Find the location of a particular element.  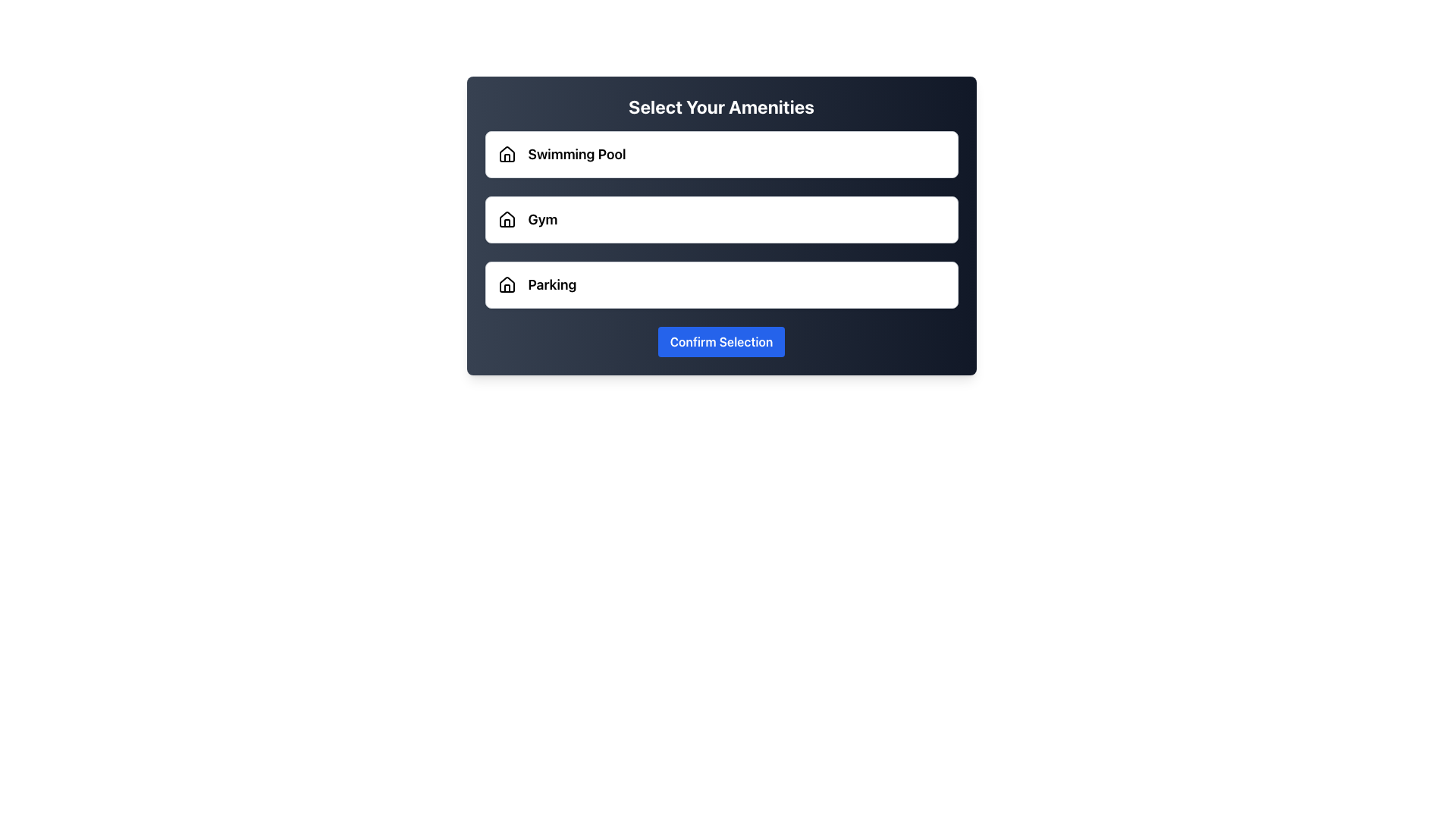

the house icon located to the left of the text 'Swimming Pool' under the title 'Select Your Amenities' is located at coordinates (507, 154).